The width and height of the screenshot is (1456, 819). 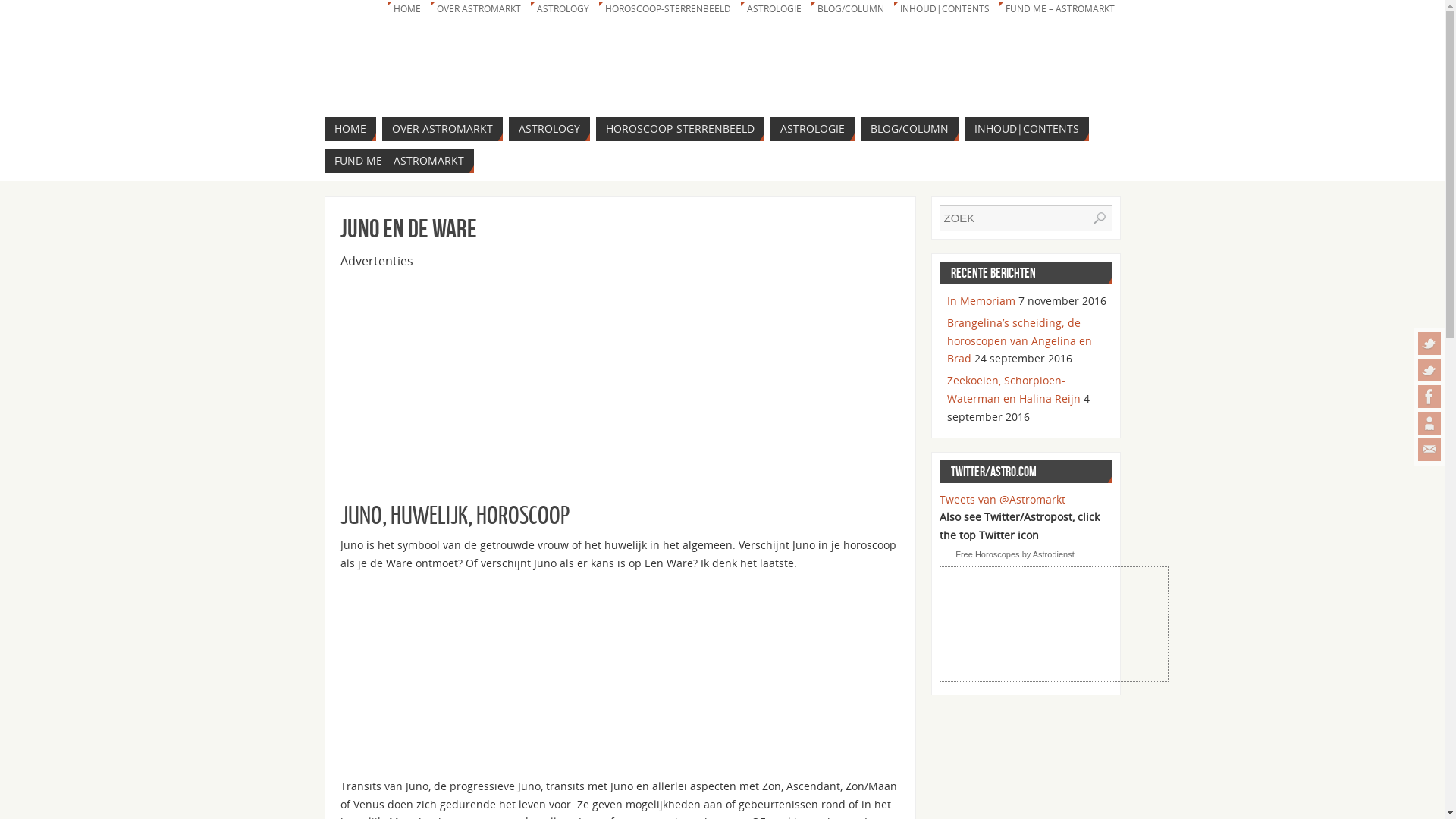 I want to click on 'Tweets van @Astromarkt', so click(x=938, y=499).